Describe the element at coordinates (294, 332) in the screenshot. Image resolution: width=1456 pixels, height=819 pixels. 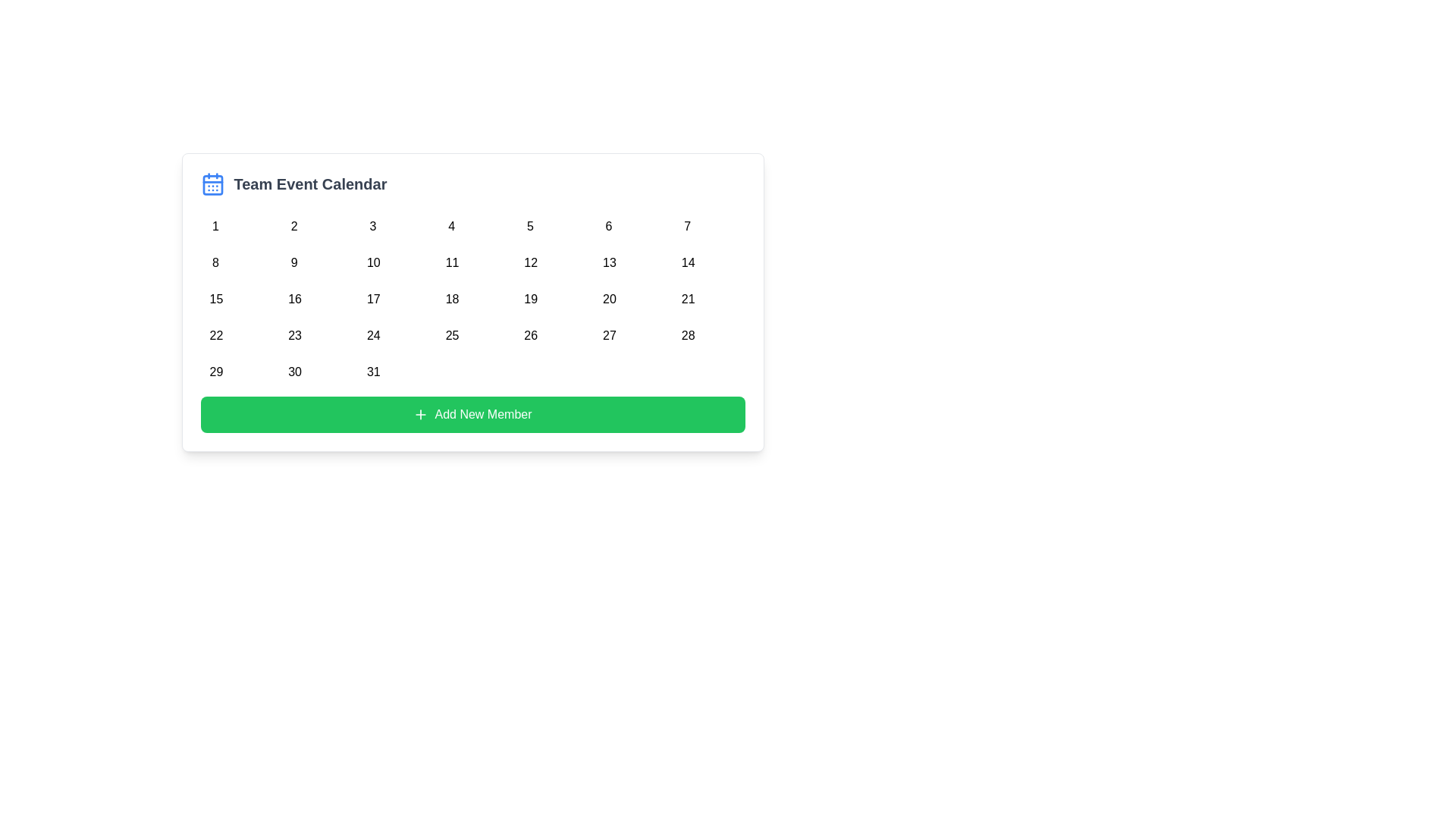
I see `the selectable day button for the 23rd day of the month located in the second position of the fourth row in the calendar grid below 'Team Event Calendar'` at that location.